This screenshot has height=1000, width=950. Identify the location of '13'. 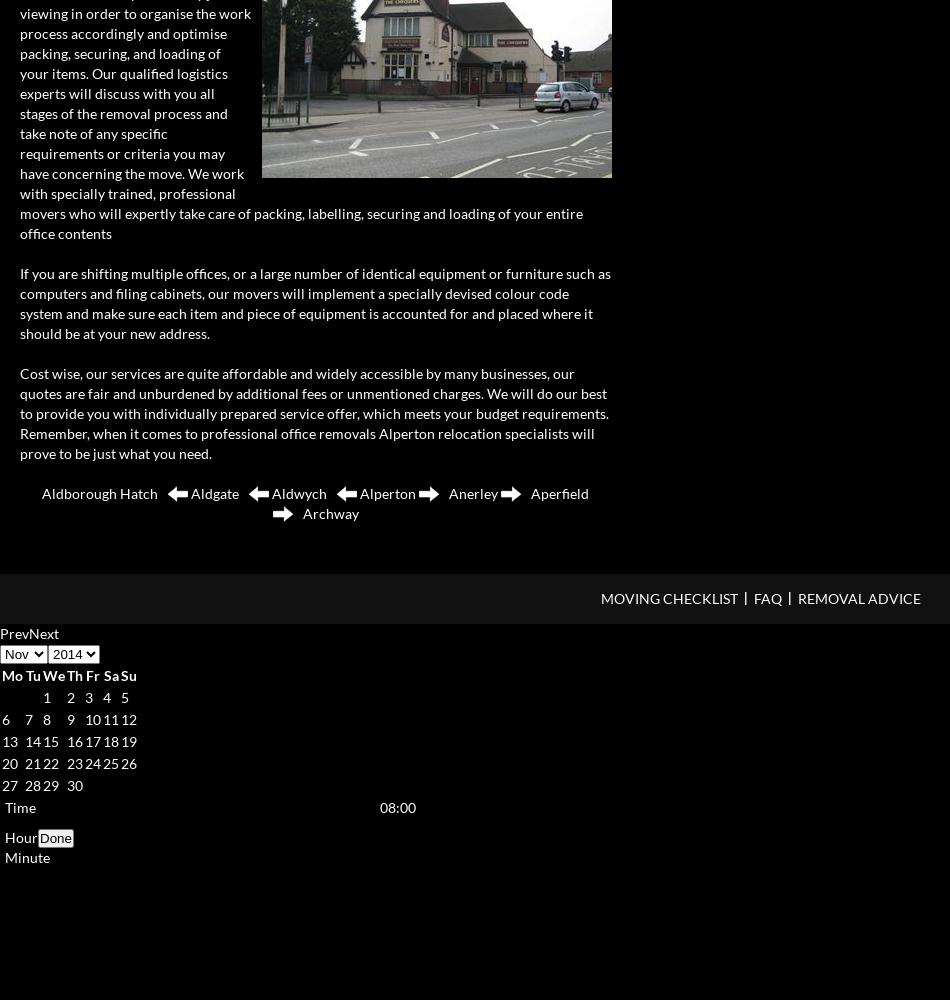
(9, 739).